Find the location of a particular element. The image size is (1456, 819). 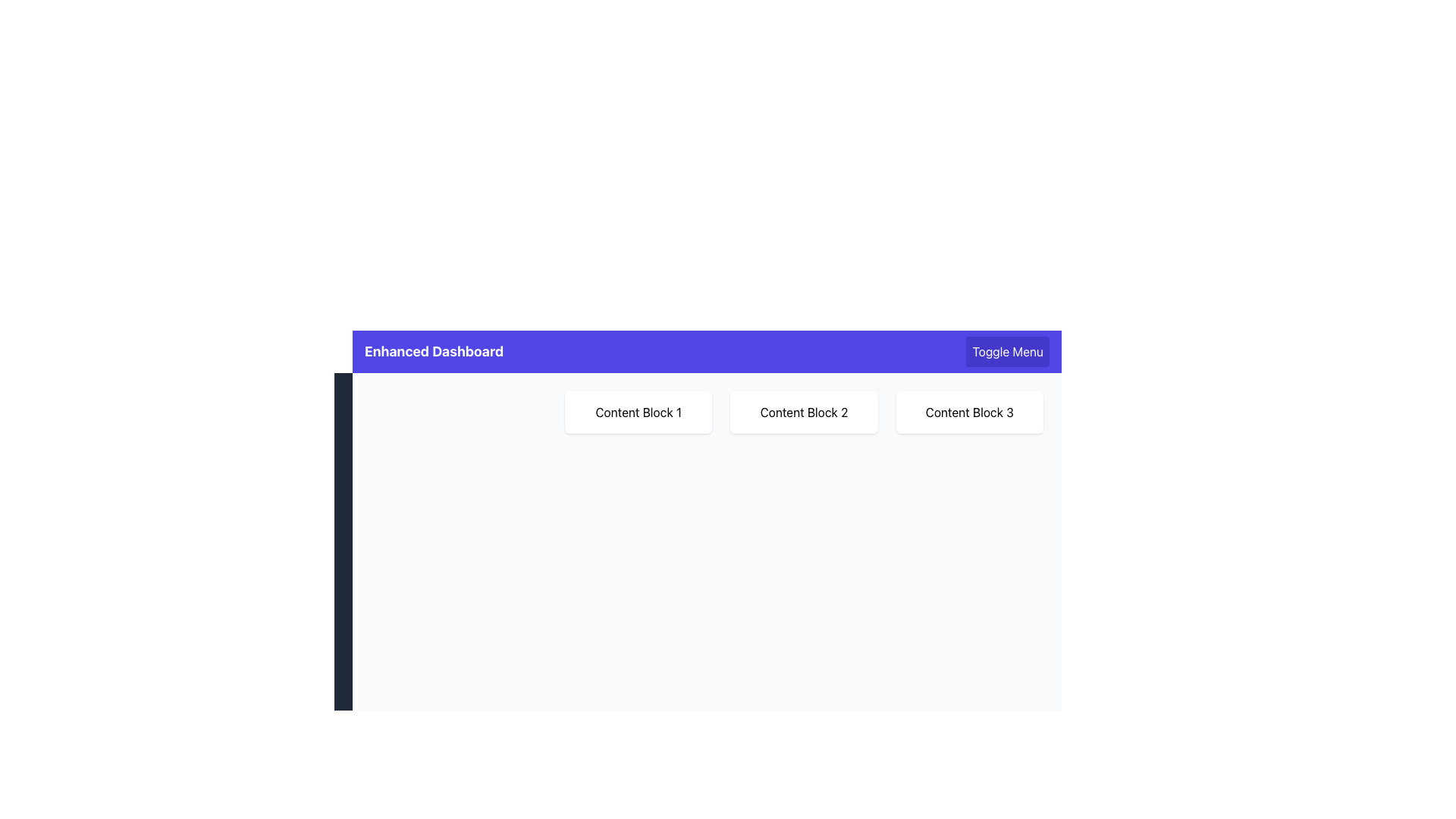

the content block labeled 'Content Block 2' which is a rectangular block with a white background and rounded corners, positioned centrally between 'Content Block 1' and 'Content Block 3' is located at coordinates (803, 412).